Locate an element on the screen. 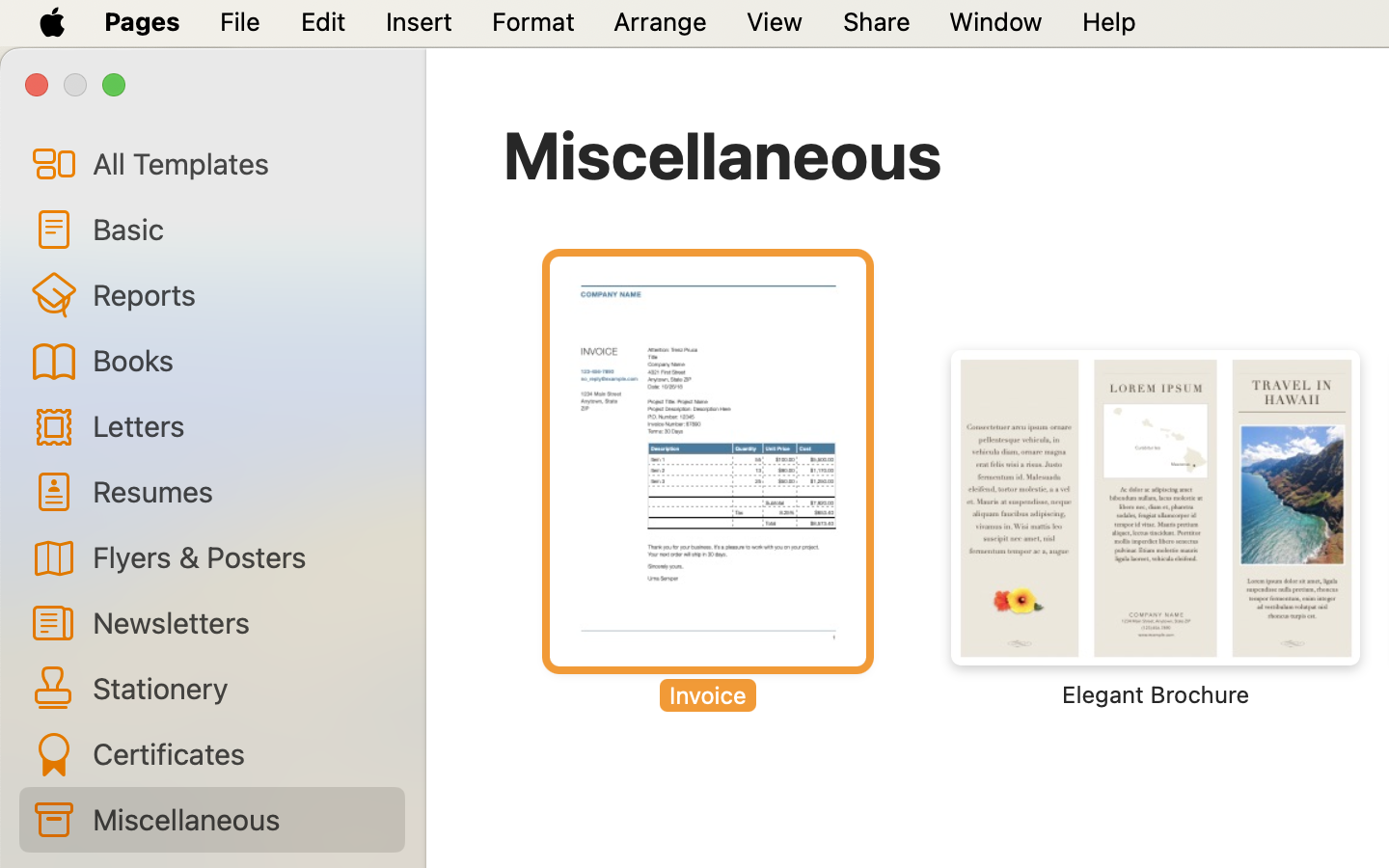 The image size is (1389, 868). 'Basic' is located at coordinates (239, 227).